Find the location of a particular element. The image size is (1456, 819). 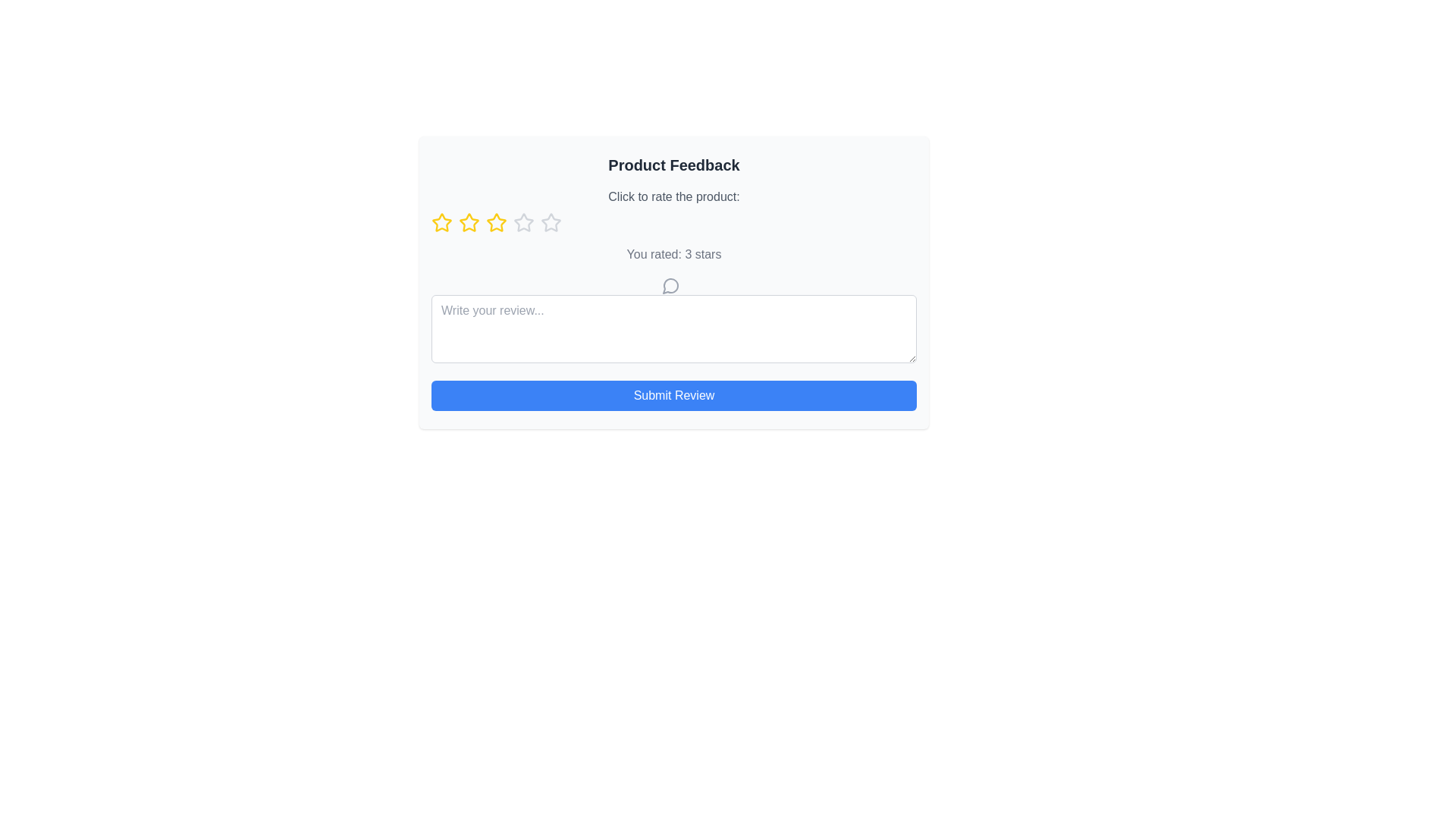

the third star in a horizontal sequence of five stars, which is styled with a yellow outline and part of a rating system in the product feedback form is located at coordinates (496, 222).